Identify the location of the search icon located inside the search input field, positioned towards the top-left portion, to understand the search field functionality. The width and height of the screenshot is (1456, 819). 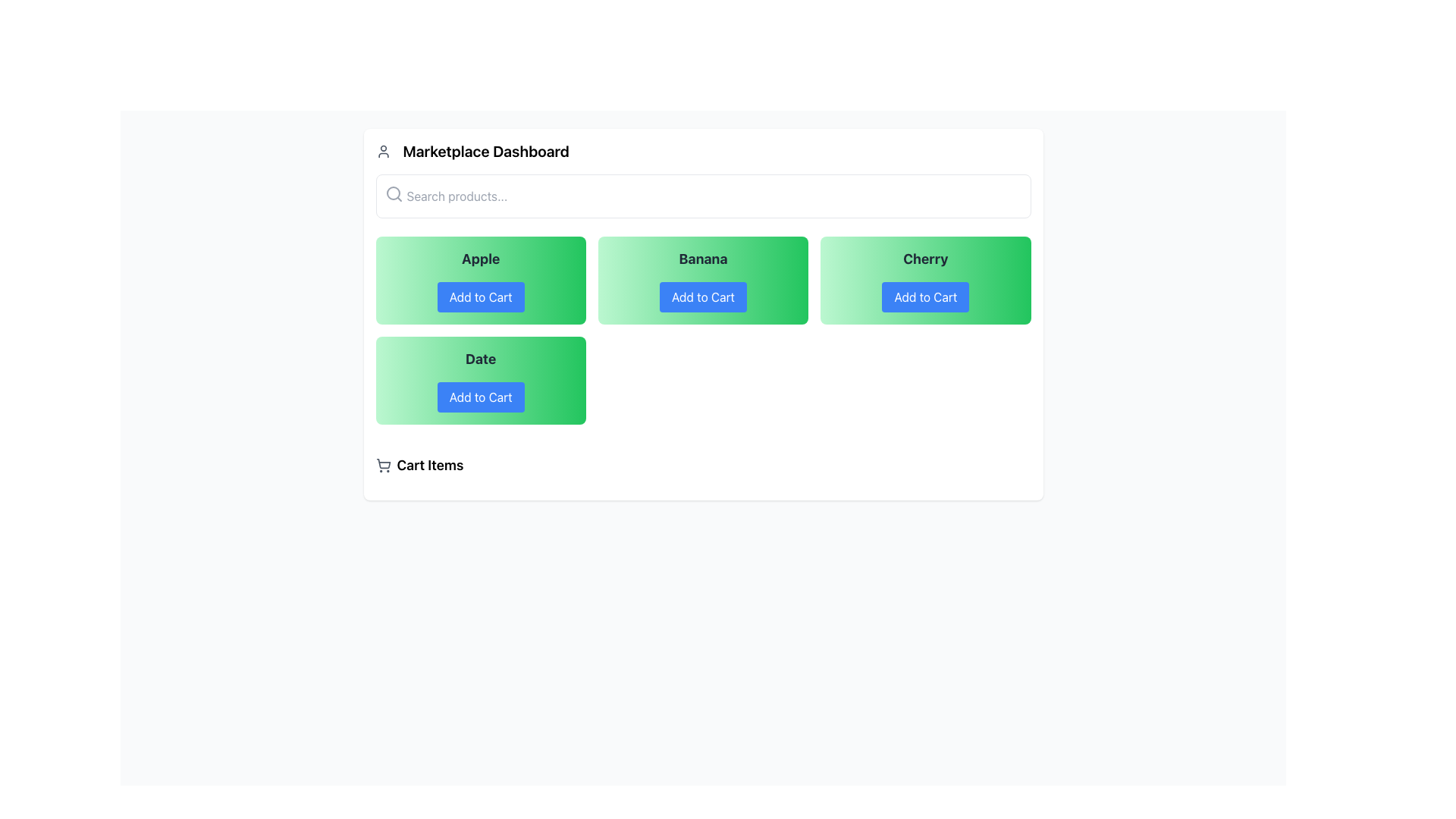
(394, 193).